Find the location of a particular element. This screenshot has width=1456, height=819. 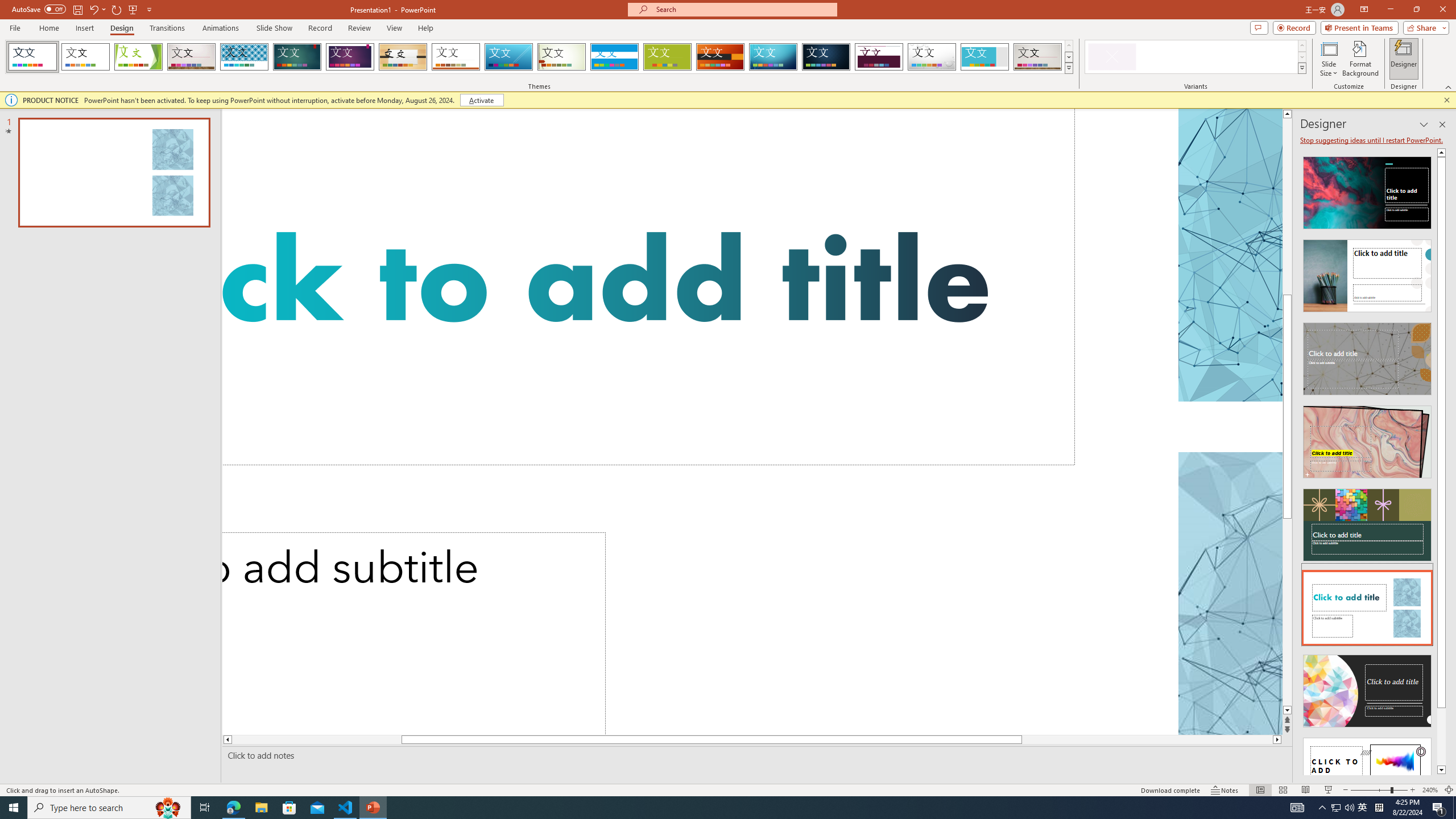

'Wisp' is located at coordinates (561, 56).